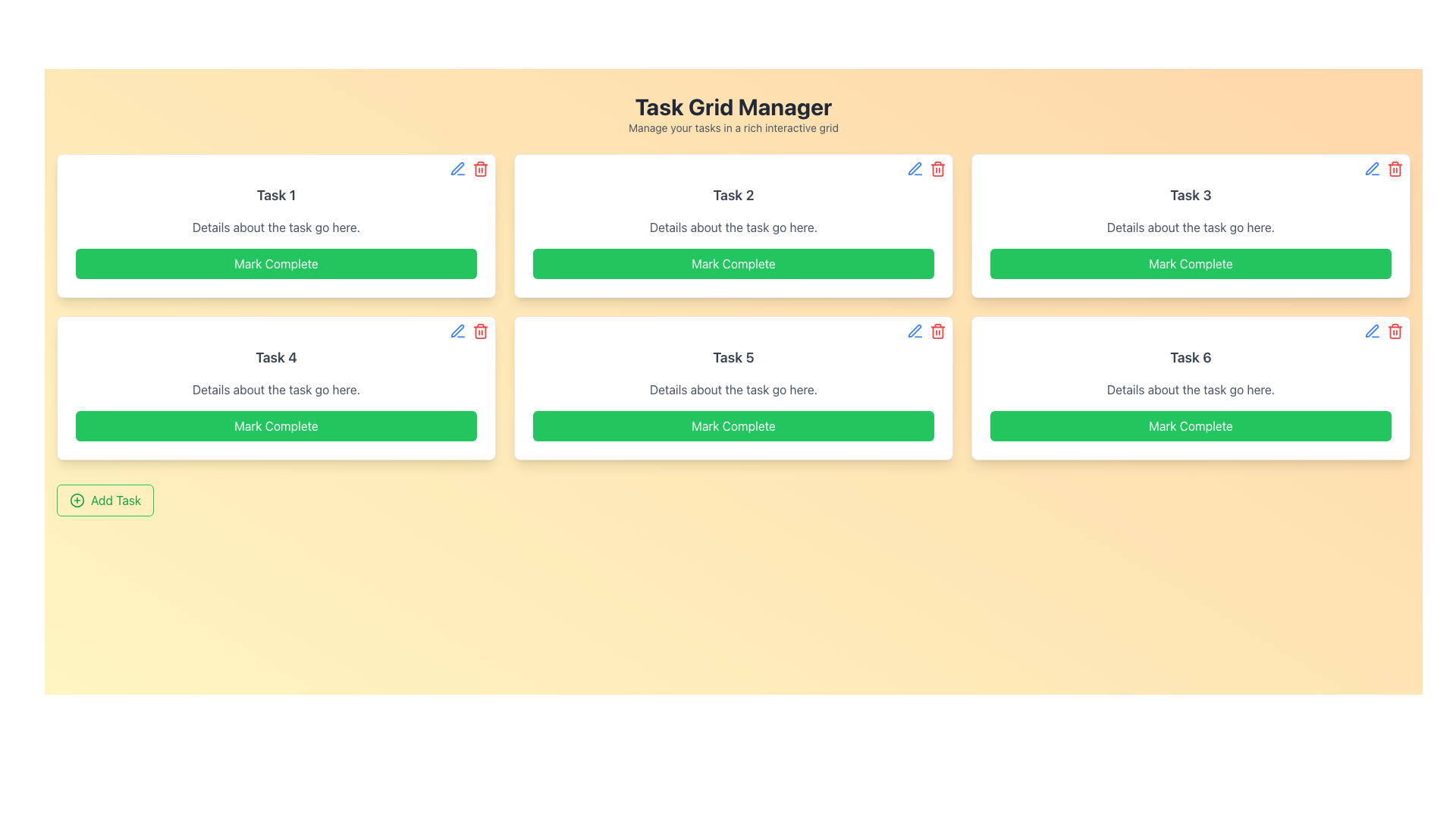  What do you see at coordinates (733, 227) in the screenshot?
I see `the gray text snippet that reads 'Details about the task go here.' located in the middle section of the card labeled 'Task 2'` at bounding box center [733, 227].